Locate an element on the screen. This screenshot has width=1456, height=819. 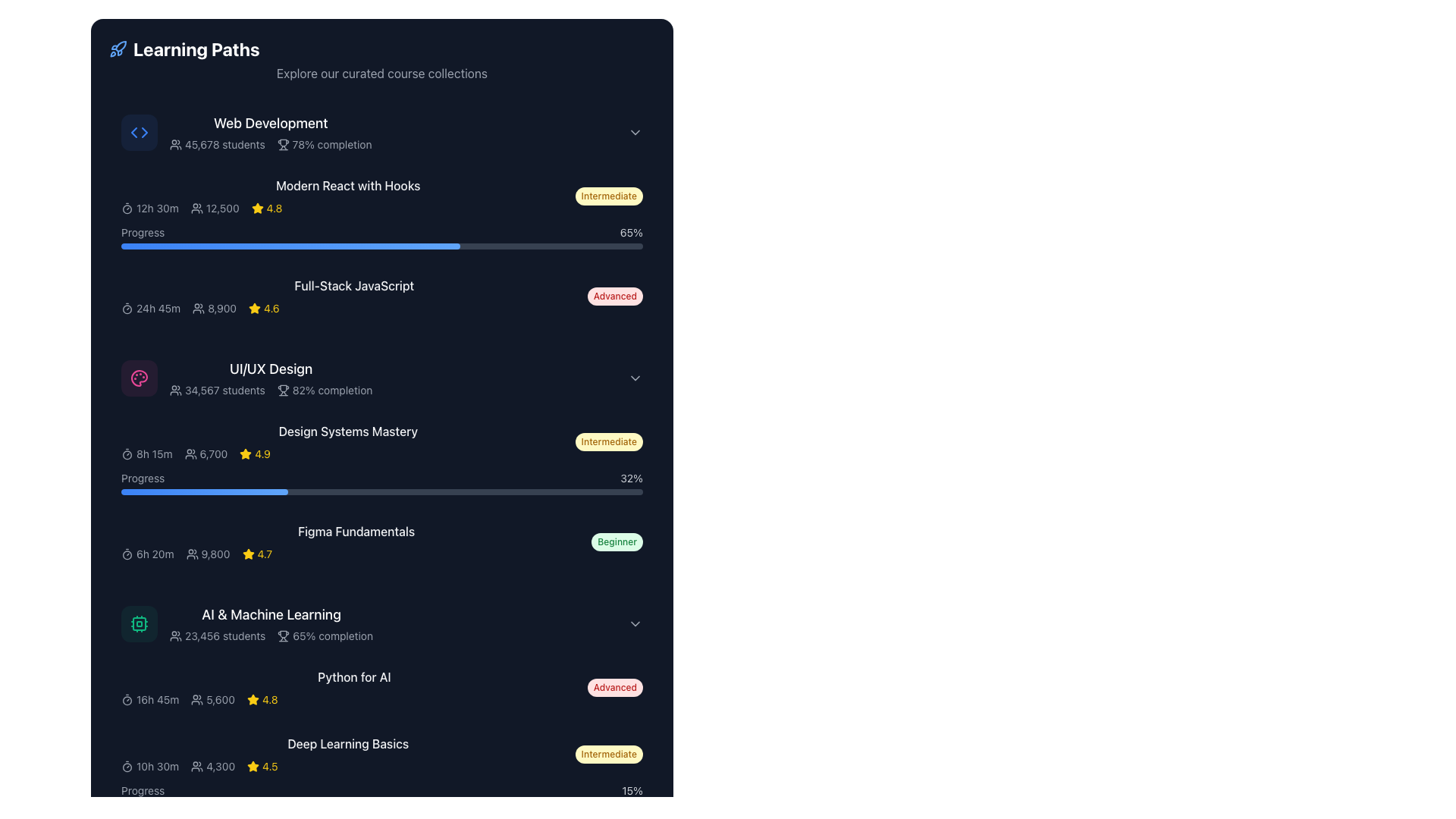
the 'AI & Machine Learning' icon located at the top-left corner of its card, which is highlighted with a green circular background is located at coordinates (139, 623).